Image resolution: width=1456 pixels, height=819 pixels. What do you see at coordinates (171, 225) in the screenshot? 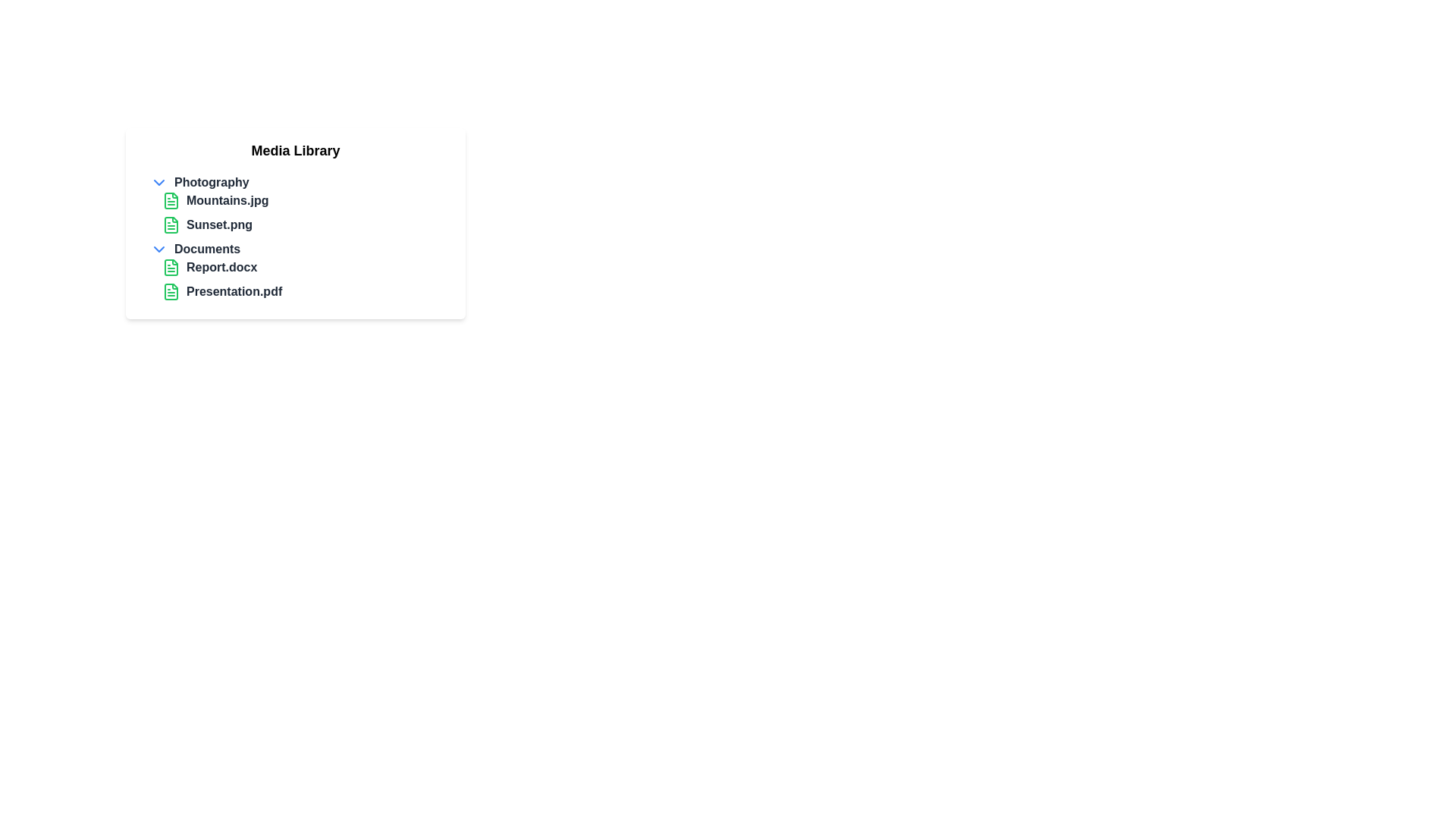
I see `the green document-like icon representing the file 'Sunset.png'` at bounding box center [171, 225].